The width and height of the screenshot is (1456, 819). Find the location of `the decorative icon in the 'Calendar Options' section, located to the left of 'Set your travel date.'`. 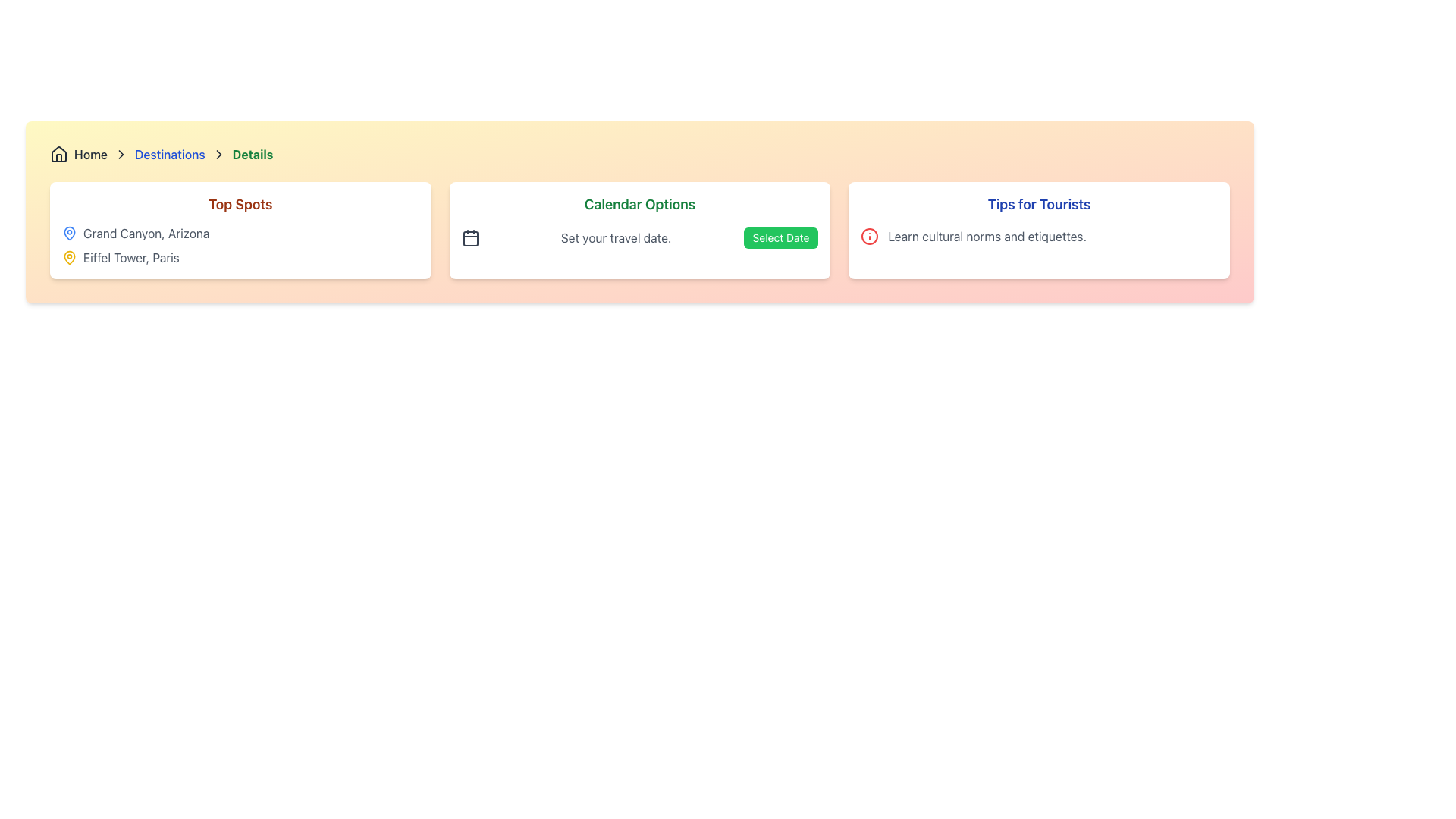

the decorative icon in the 'Calendar Options' section, located to the left of 'Set your travel date.' is located at coordinates (469, 237).